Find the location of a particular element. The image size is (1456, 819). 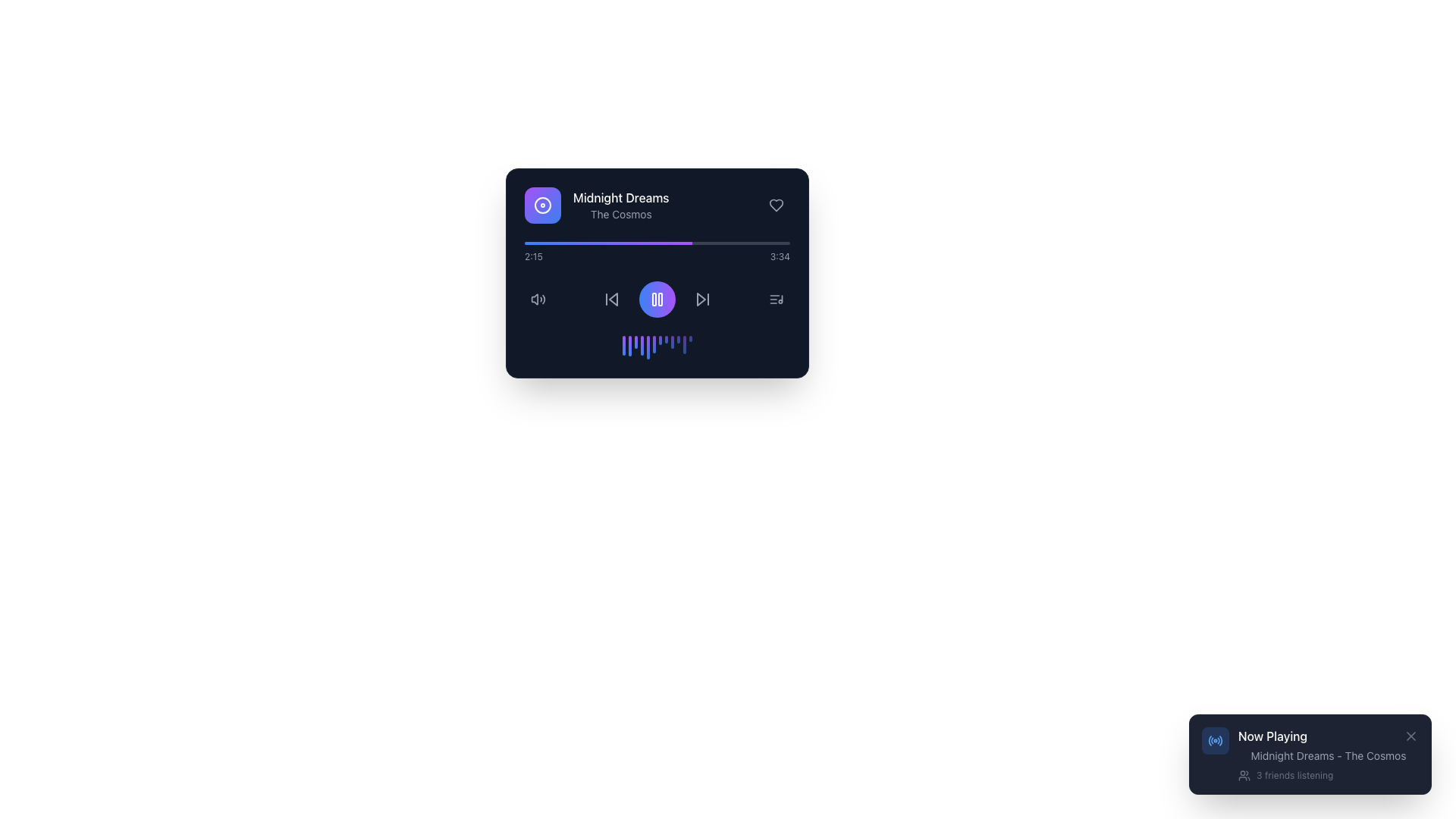

the main playback control button located at the center of the control panel in the lower portion of the music player interface for visual feedback is located at coordinates (657, 299).